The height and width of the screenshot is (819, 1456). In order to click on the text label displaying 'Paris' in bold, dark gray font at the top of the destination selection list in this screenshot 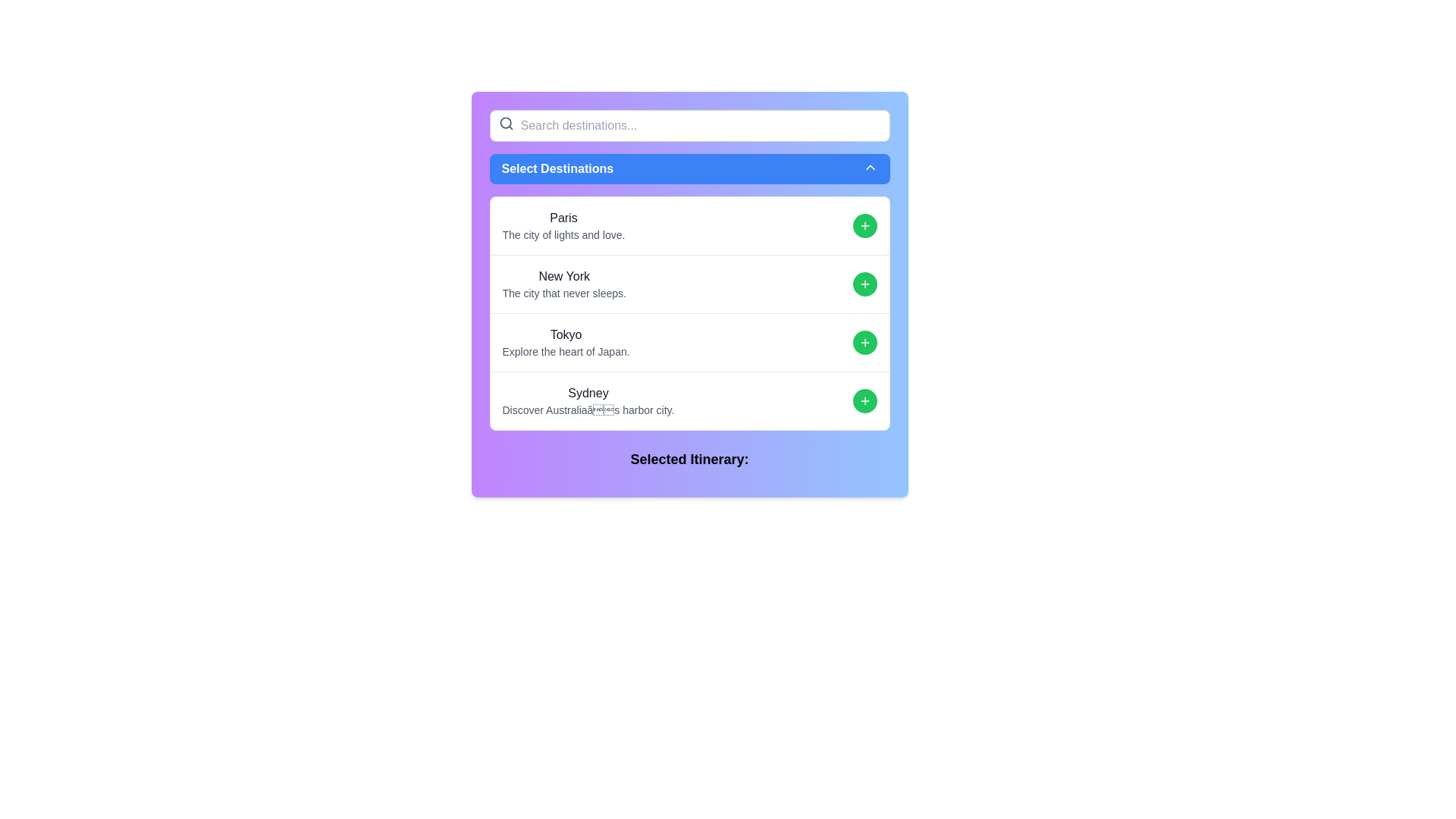, I will do `click(563, 218)`.